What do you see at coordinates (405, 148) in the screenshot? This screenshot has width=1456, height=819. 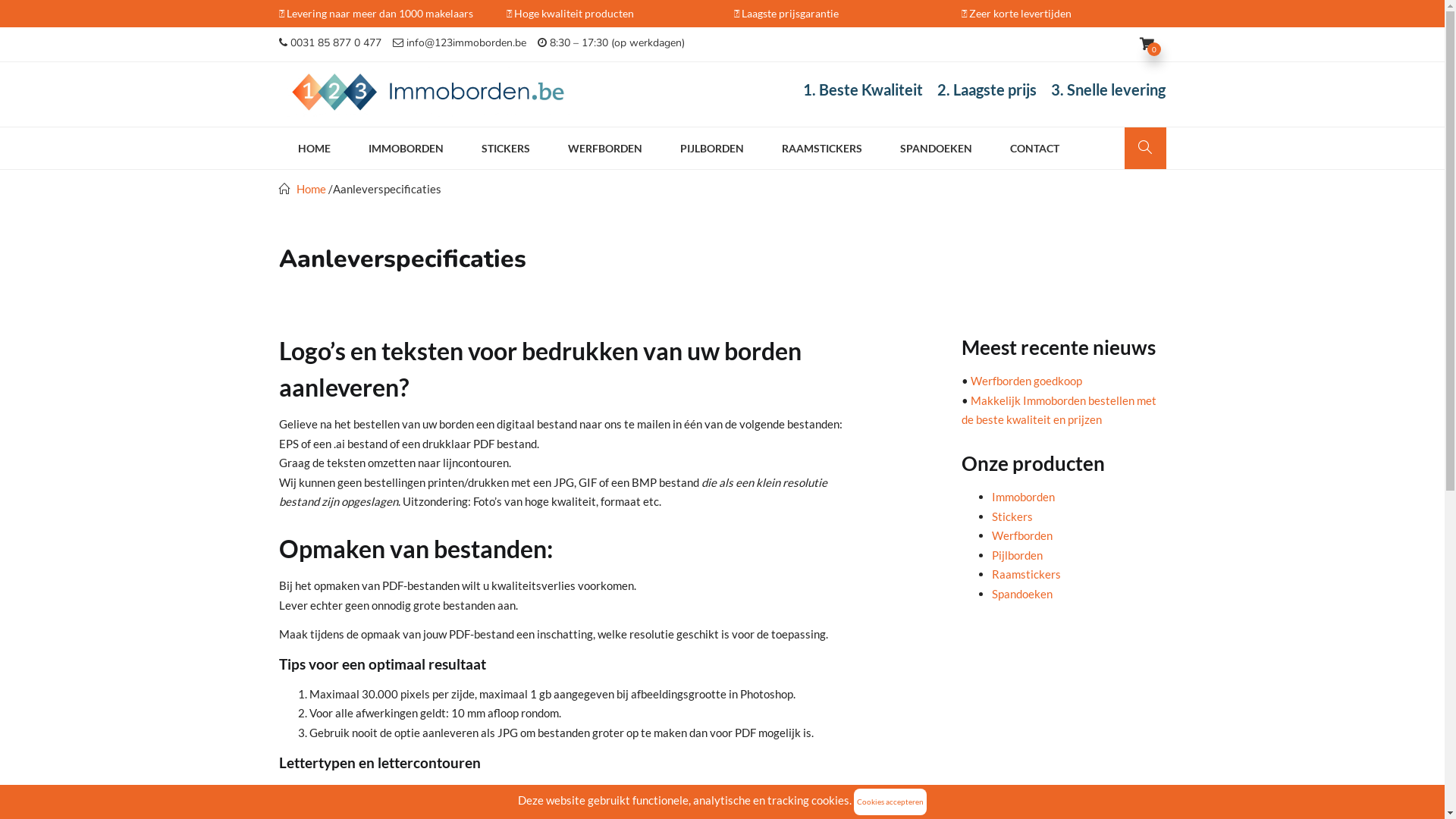 I see `'IMMOBORDEN'` at bounding box center [405, 148].